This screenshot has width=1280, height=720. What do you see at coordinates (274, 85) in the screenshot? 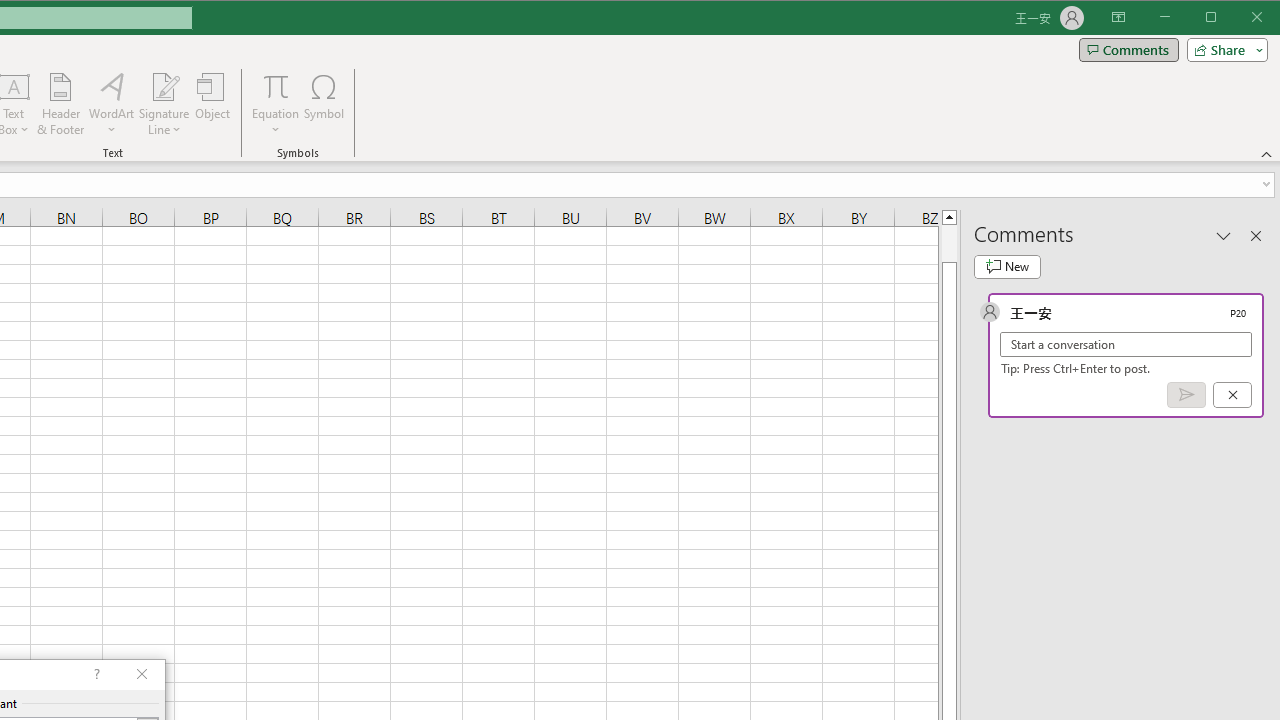
I see `'Equation'` at bounding box center [274, 85].